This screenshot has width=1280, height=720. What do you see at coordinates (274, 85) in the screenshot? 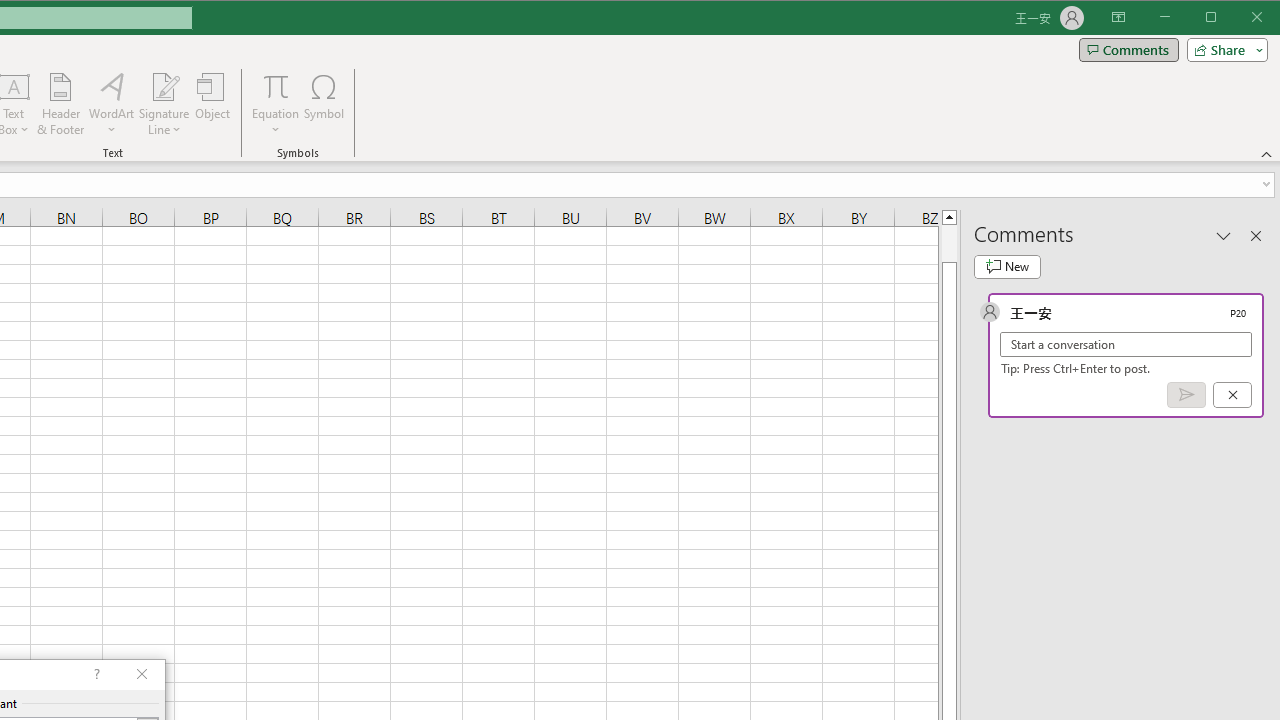
I see `'Equation'` at bounding box center [274, 85].